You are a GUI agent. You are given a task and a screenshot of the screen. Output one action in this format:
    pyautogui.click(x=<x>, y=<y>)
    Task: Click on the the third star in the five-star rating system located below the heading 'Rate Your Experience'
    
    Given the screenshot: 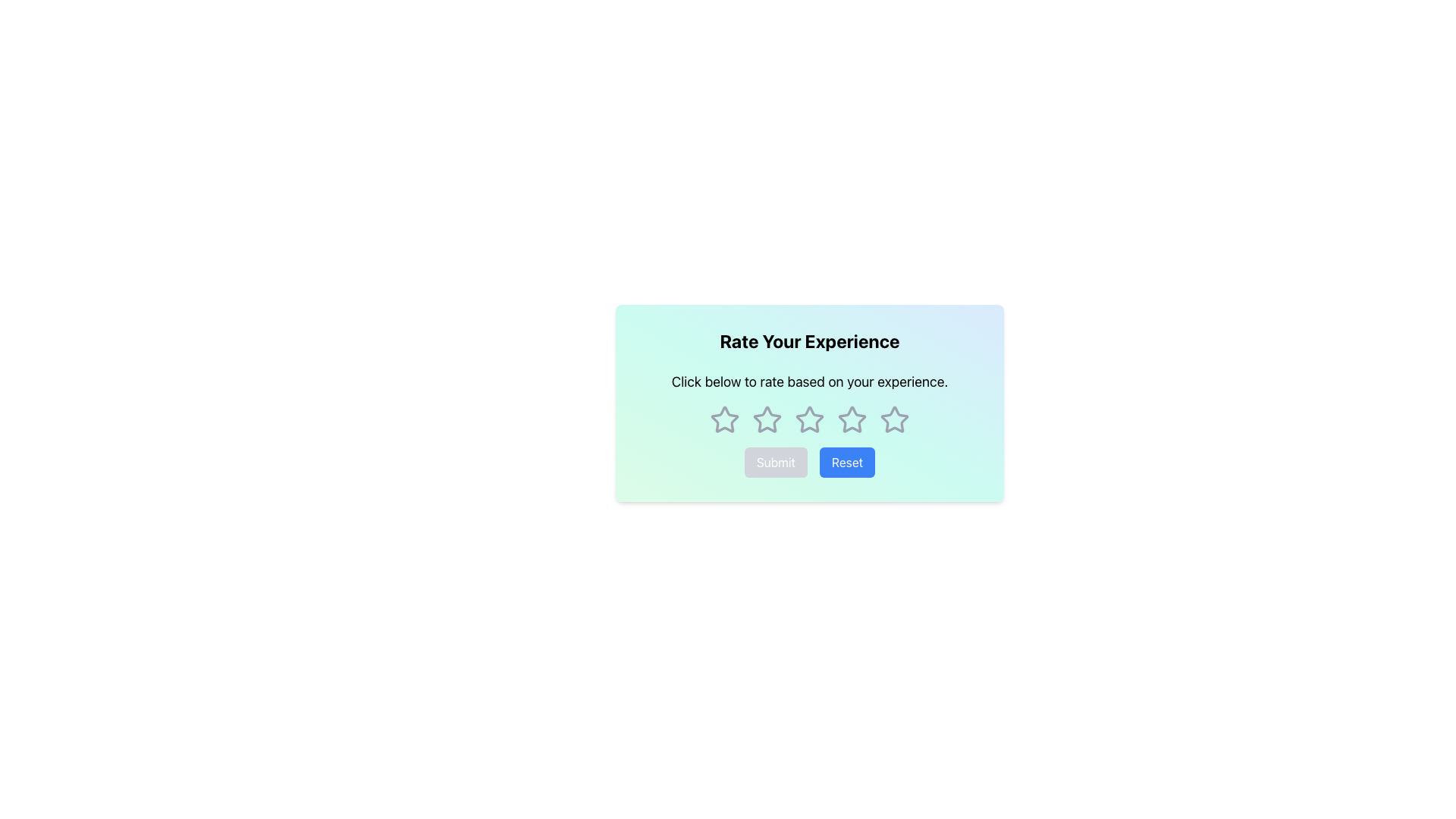 What is the action you would take?
    pyautogui.click(x=808, y=419)
    